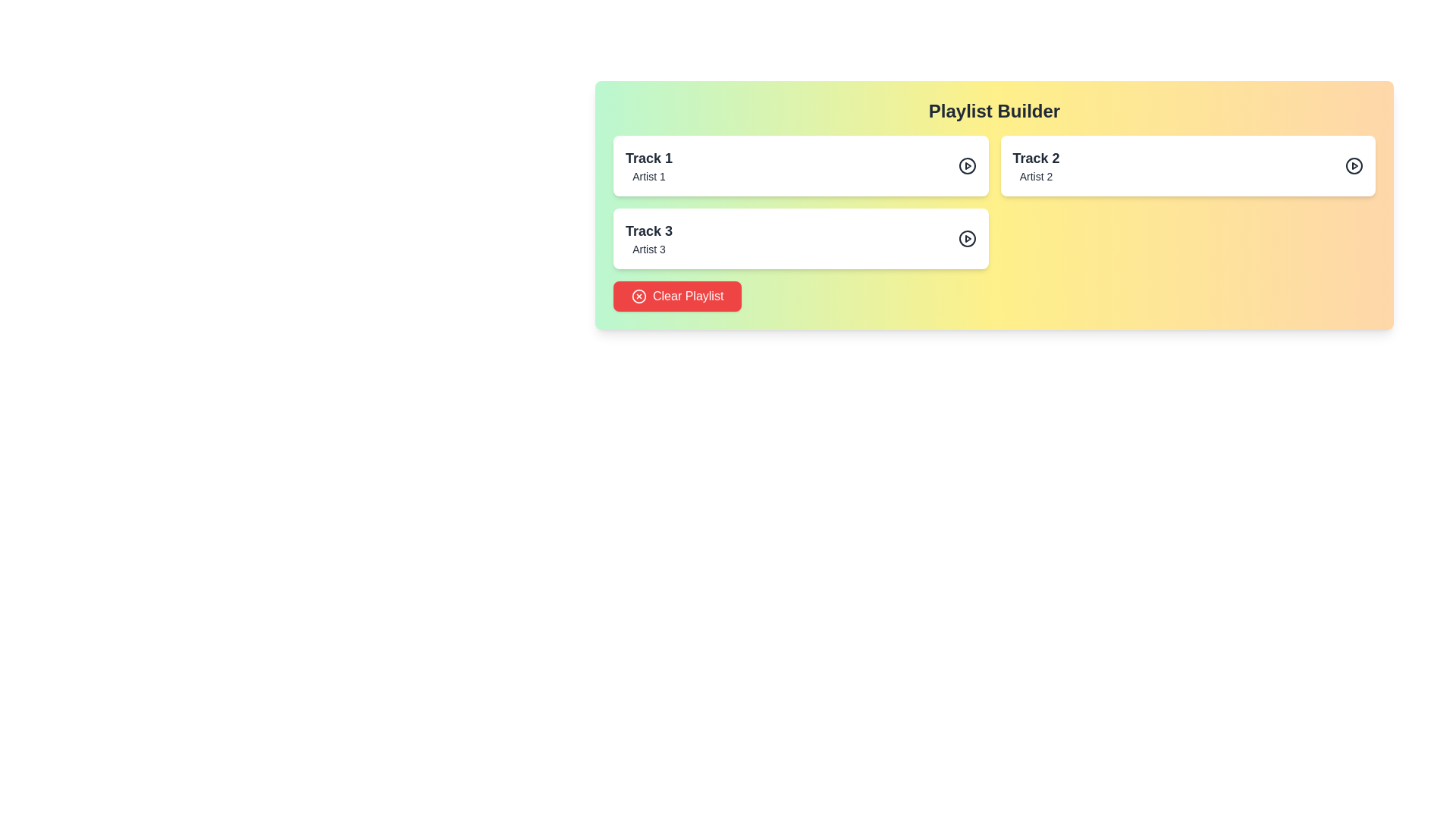 Image resolution: width=1456 pixels, height=819 pixels. Describe the element at coordinates (800, 239) in the screenshot. I see `the track 3 to observe the hover effect` at that location.